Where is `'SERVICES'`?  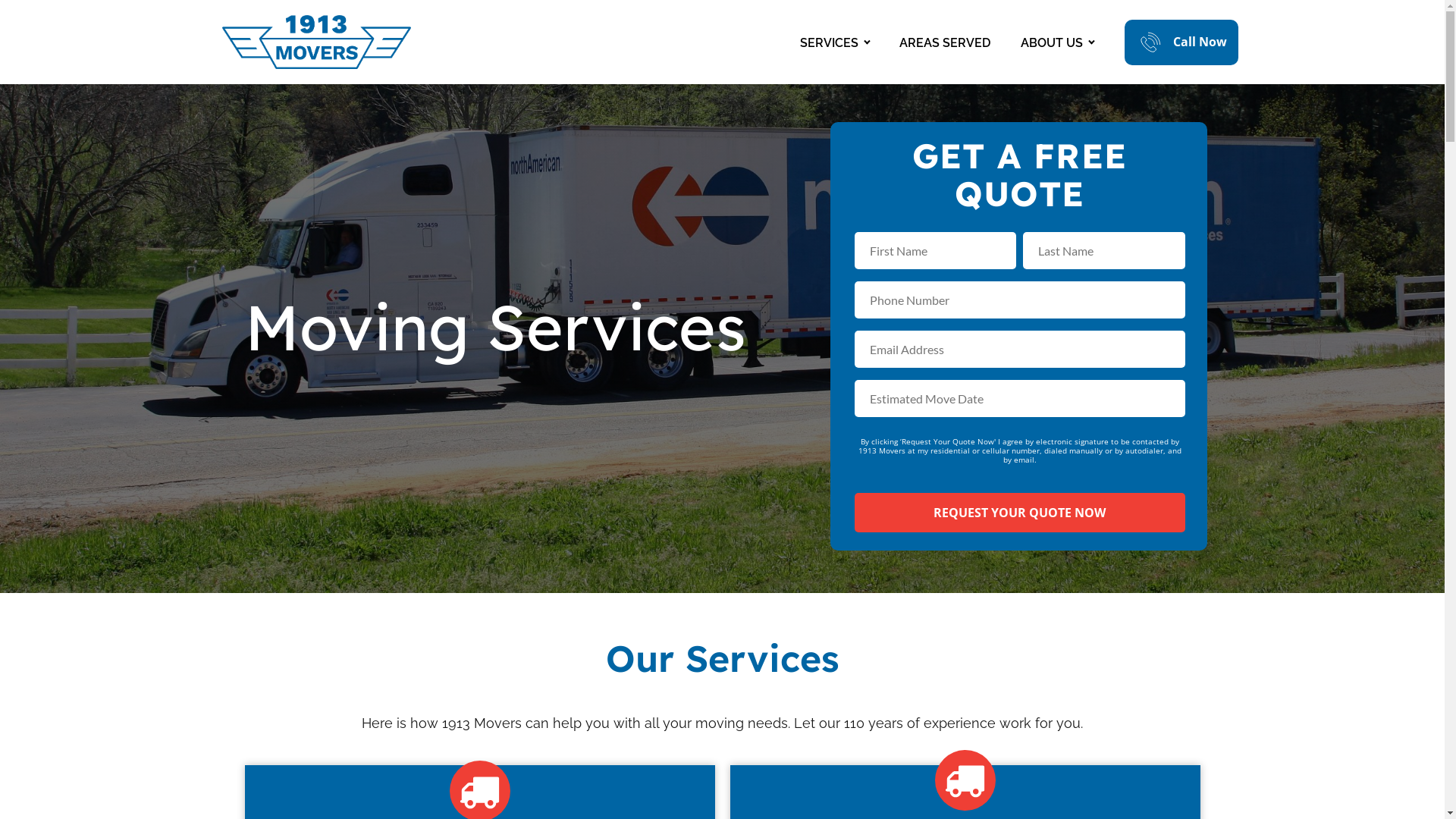
'SERVICES' is located at coordinates (833, 41).